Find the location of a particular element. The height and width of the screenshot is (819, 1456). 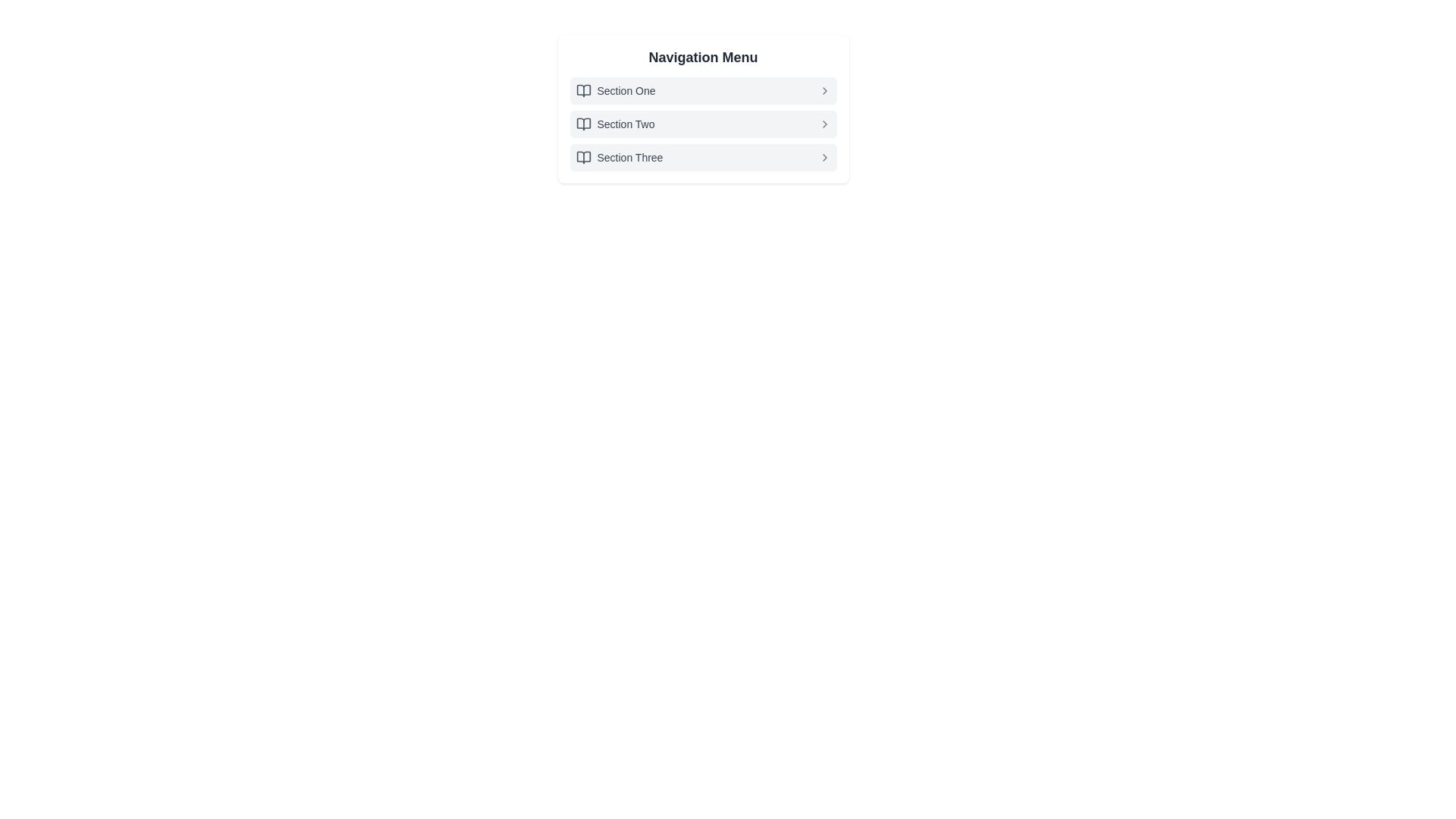

the 'Section Two' hyperlink in the navigation menu is located at coordinates (626, 124).